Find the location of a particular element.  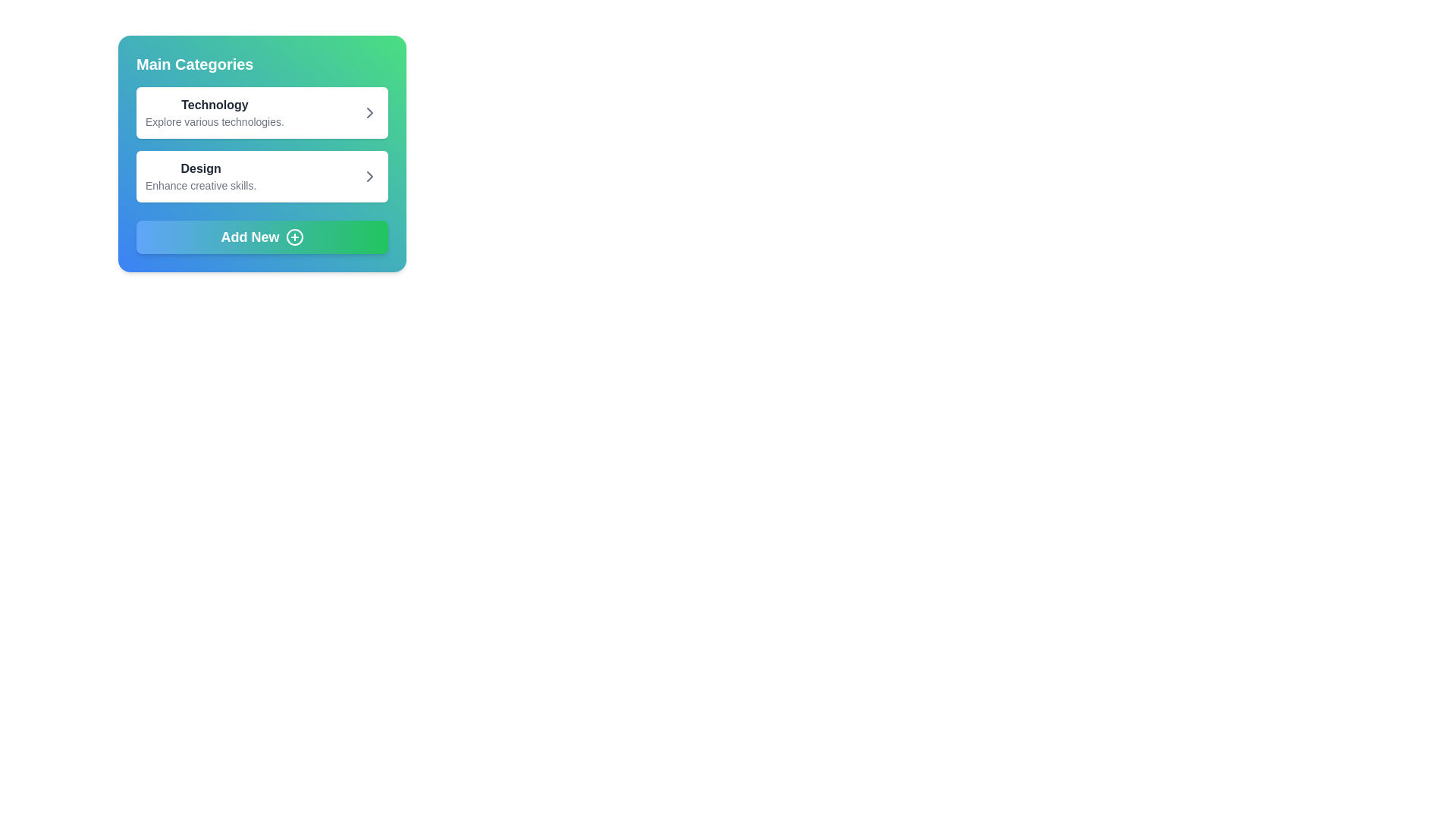

the Chevron icon located in the top-right corner of the first card under 'Main Categories' to provide visual feedback is located at coordinates (370, 112).